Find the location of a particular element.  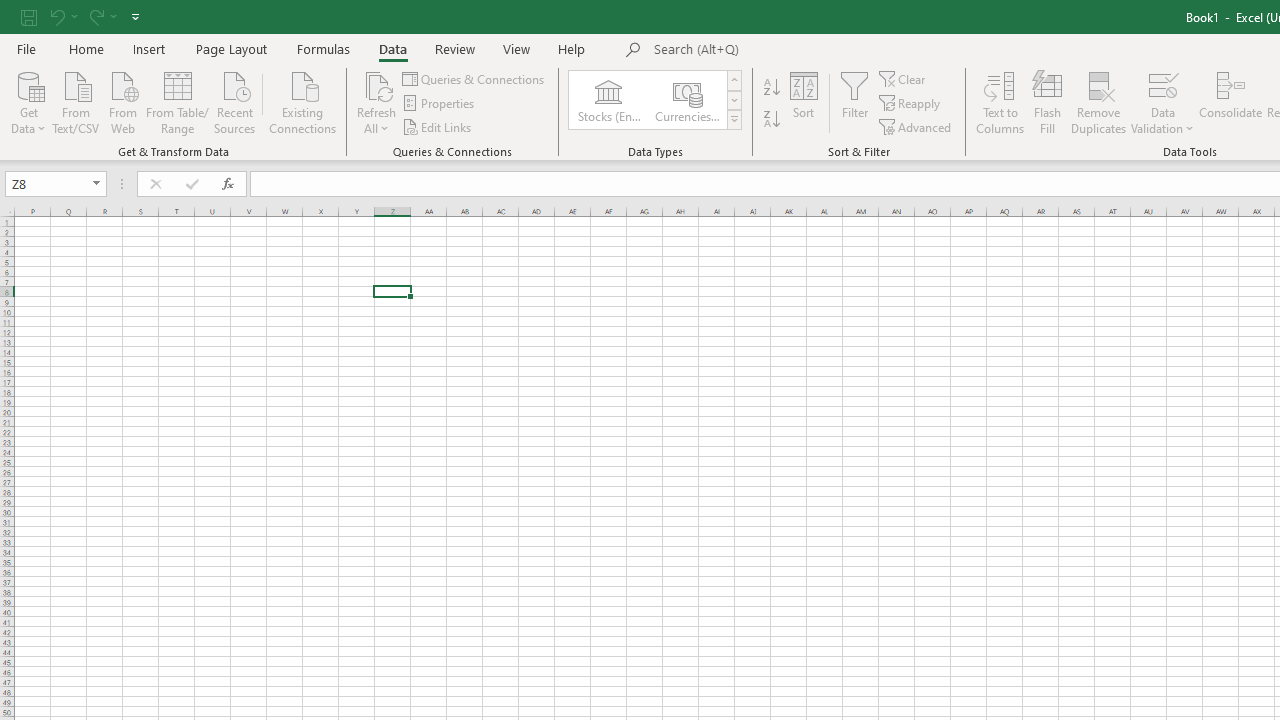

'Edit Links' is located at coordinates (437, 127).